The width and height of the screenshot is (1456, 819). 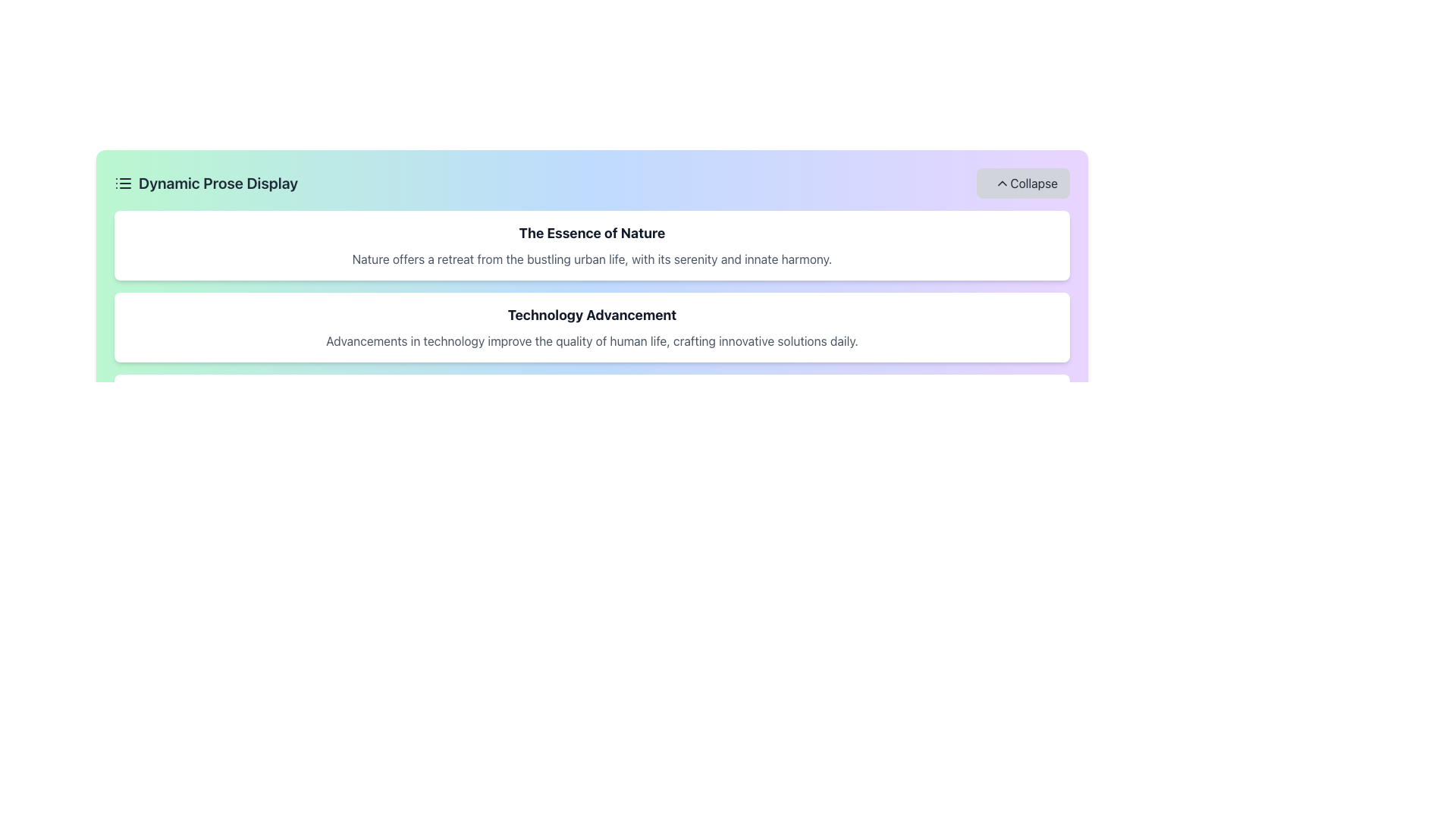 I want to click on the text element reading 'Advancements in technology improve the quality of human life, crafting innovative solutions daily.' which is styled in gray and located beneath the heading 'Technology Advancement', so click(x=591, y=341).